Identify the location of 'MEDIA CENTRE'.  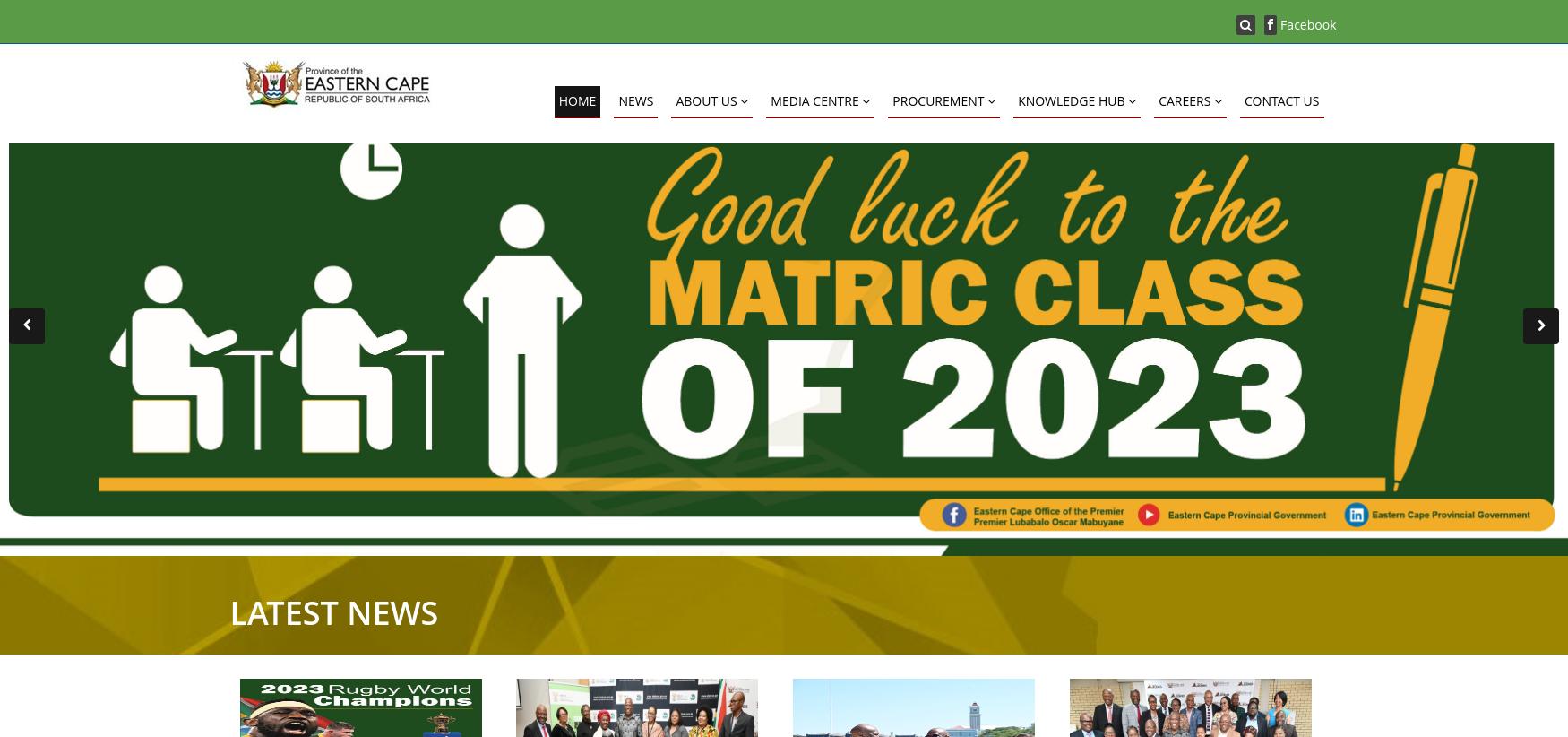
(770, 100).